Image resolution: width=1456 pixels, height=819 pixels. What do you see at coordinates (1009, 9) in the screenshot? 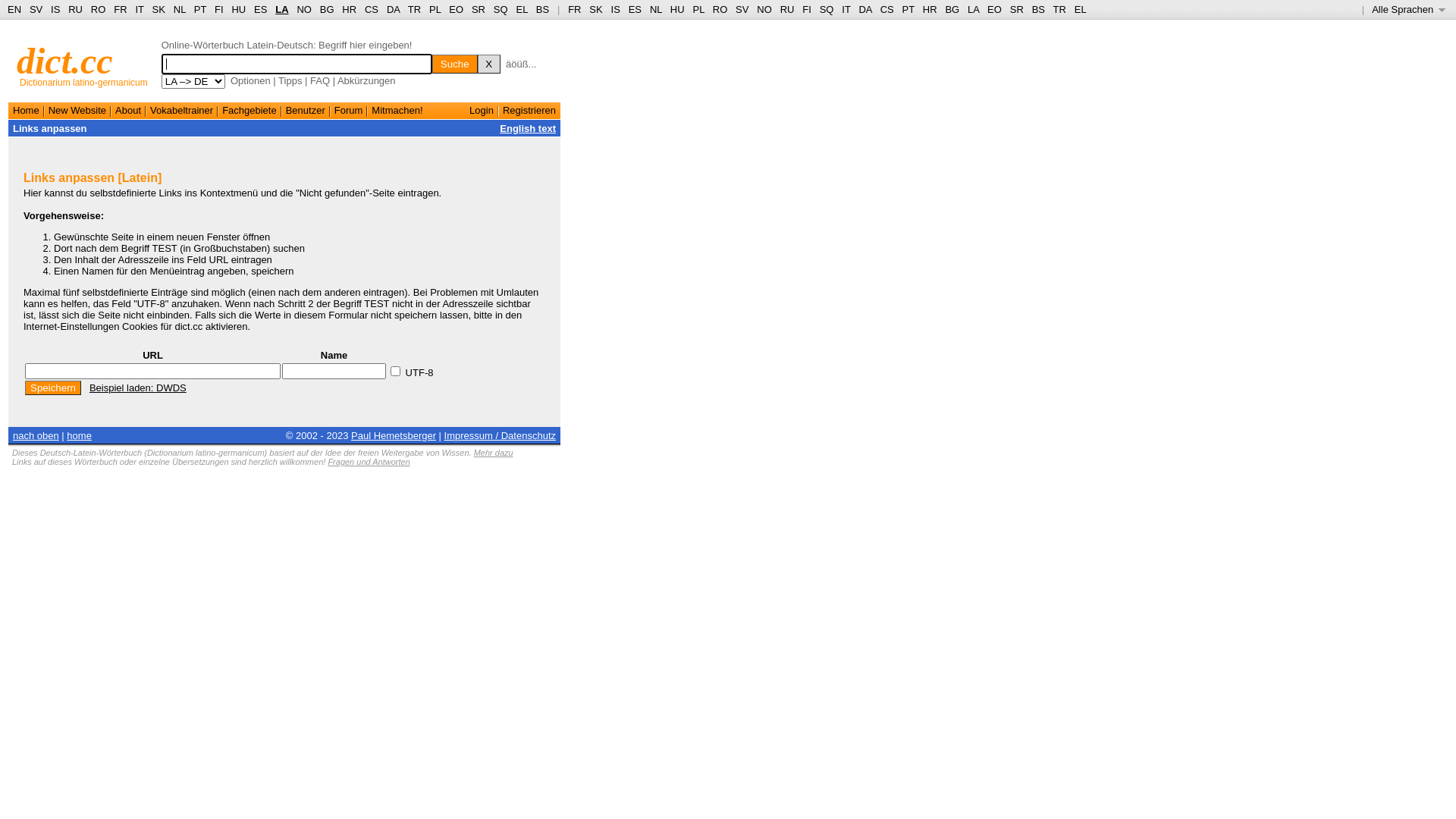
I see `'SR'` at bounding box center [1009, 9].